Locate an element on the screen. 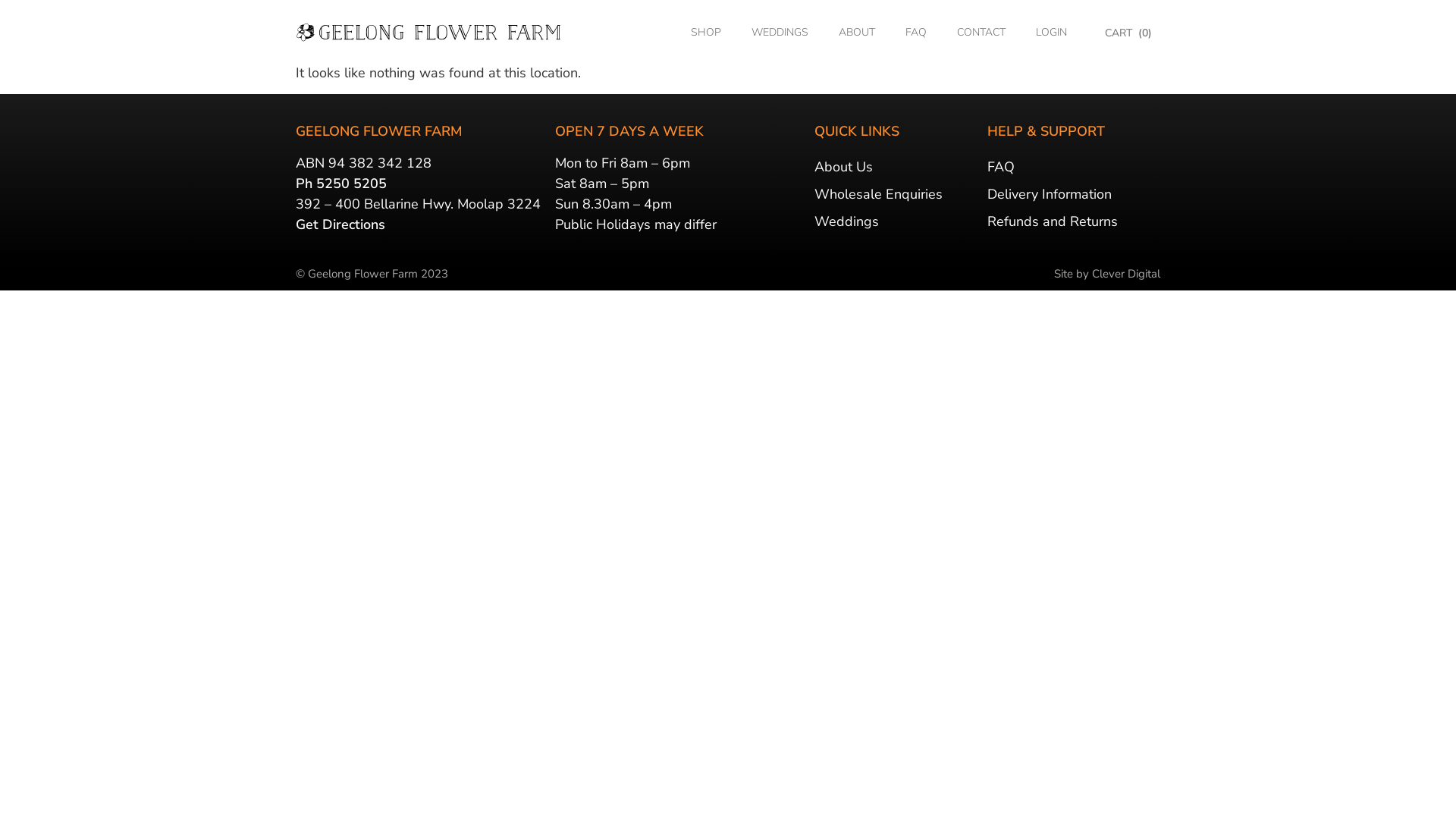  'Refunds and Returns' is located at coordinates (1073, 221).